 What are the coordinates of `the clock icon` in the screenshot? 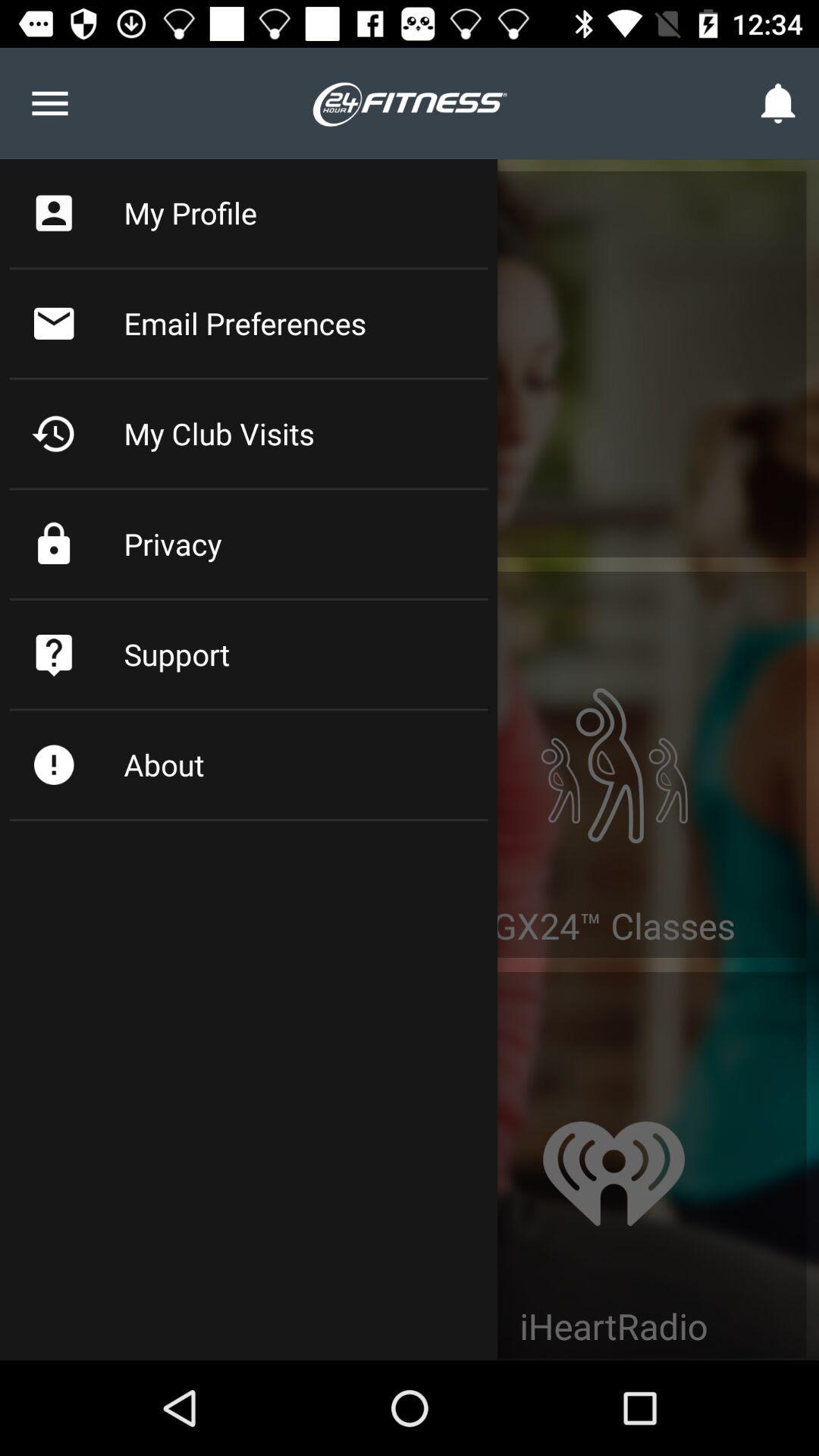 It's located at (53, 433).